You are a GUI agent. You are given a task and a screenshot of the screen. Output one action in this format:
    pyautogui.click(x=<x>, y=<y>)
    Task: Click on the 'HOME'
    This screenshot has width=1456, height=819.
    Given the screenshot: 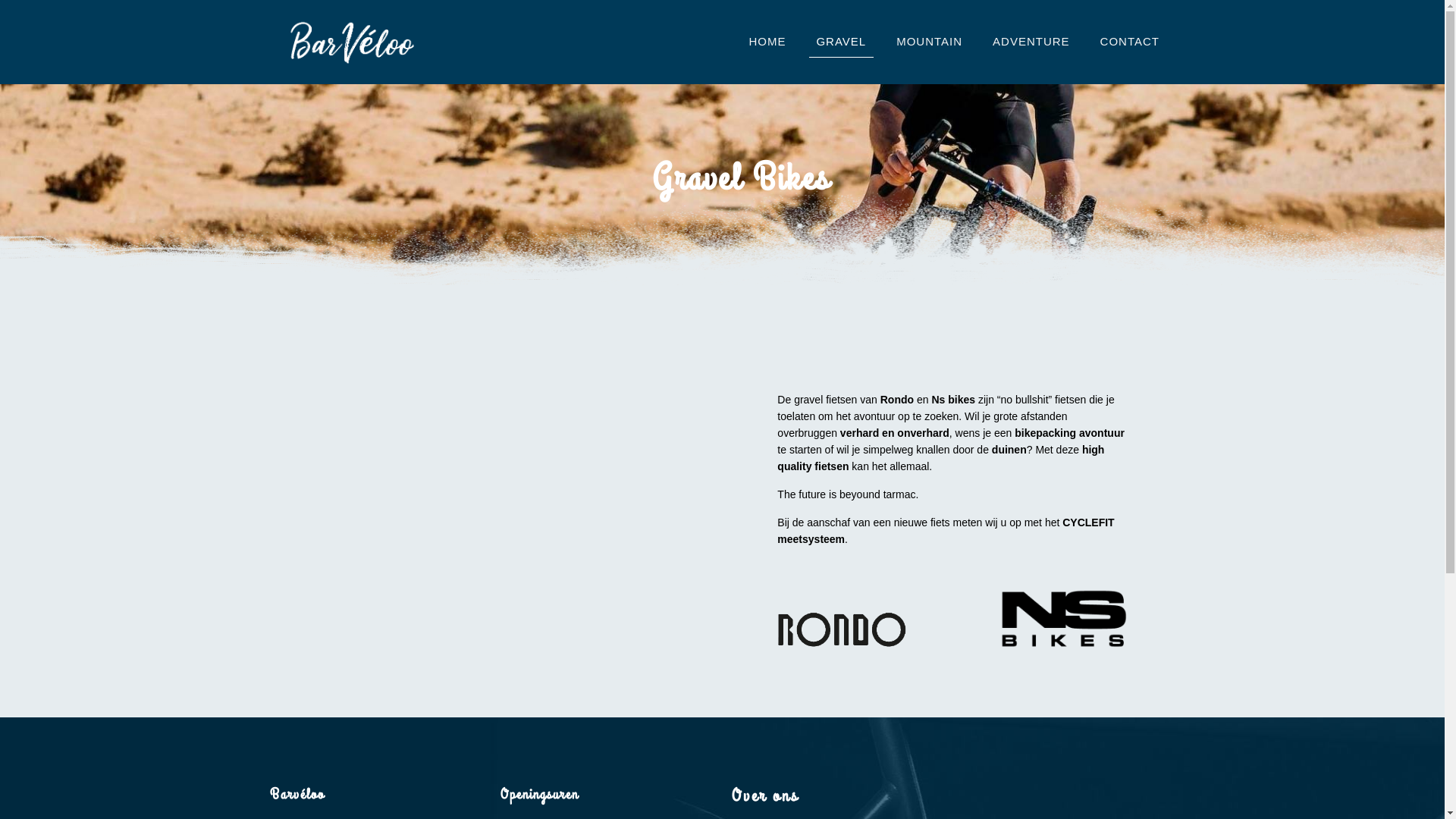 What is the action you would take?
    pyautogui.click(x=767, y=40)
    